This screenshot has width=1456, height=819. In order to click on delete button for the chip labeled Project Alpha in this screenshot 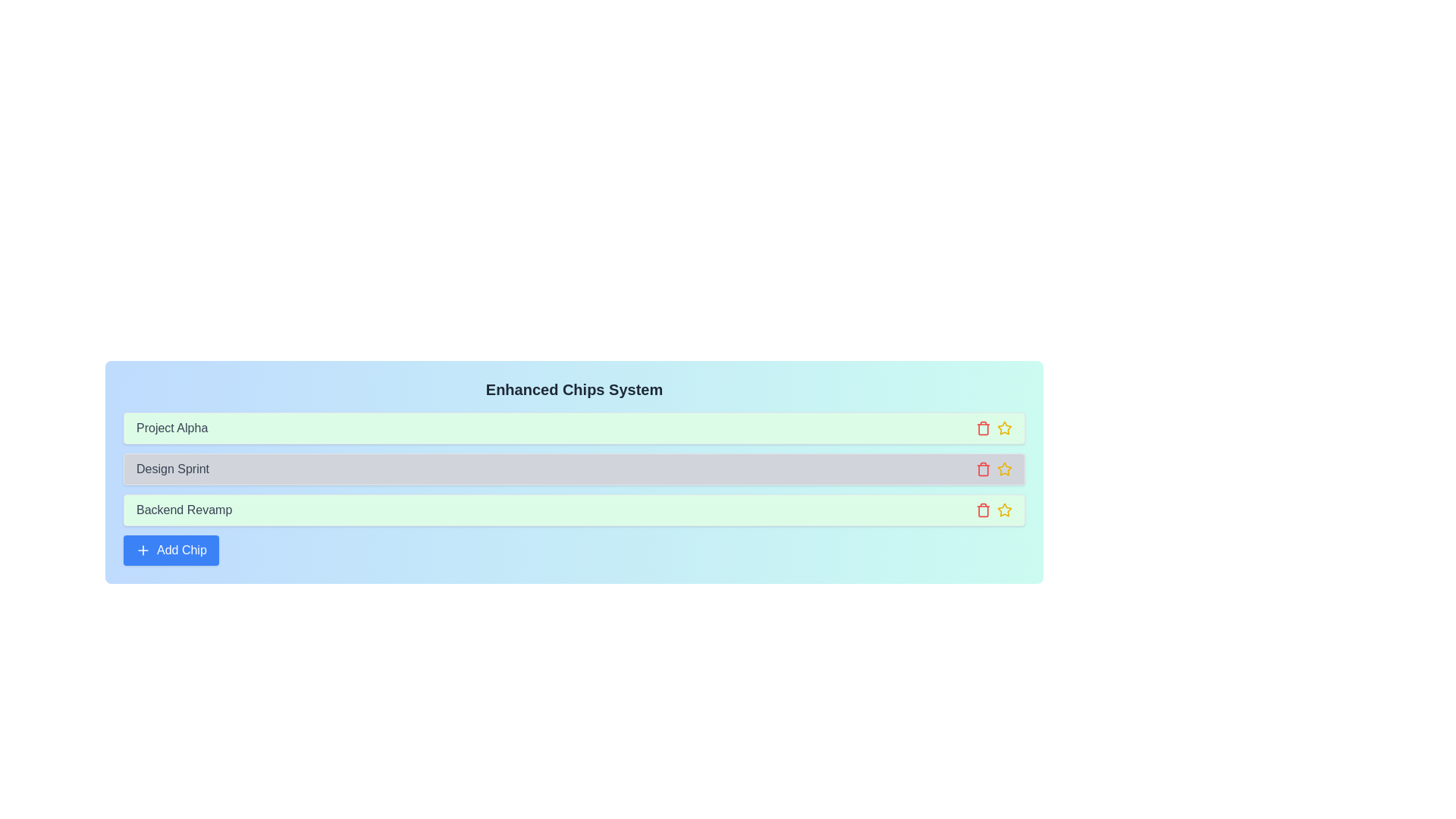, I will do `click(983, 428)`.